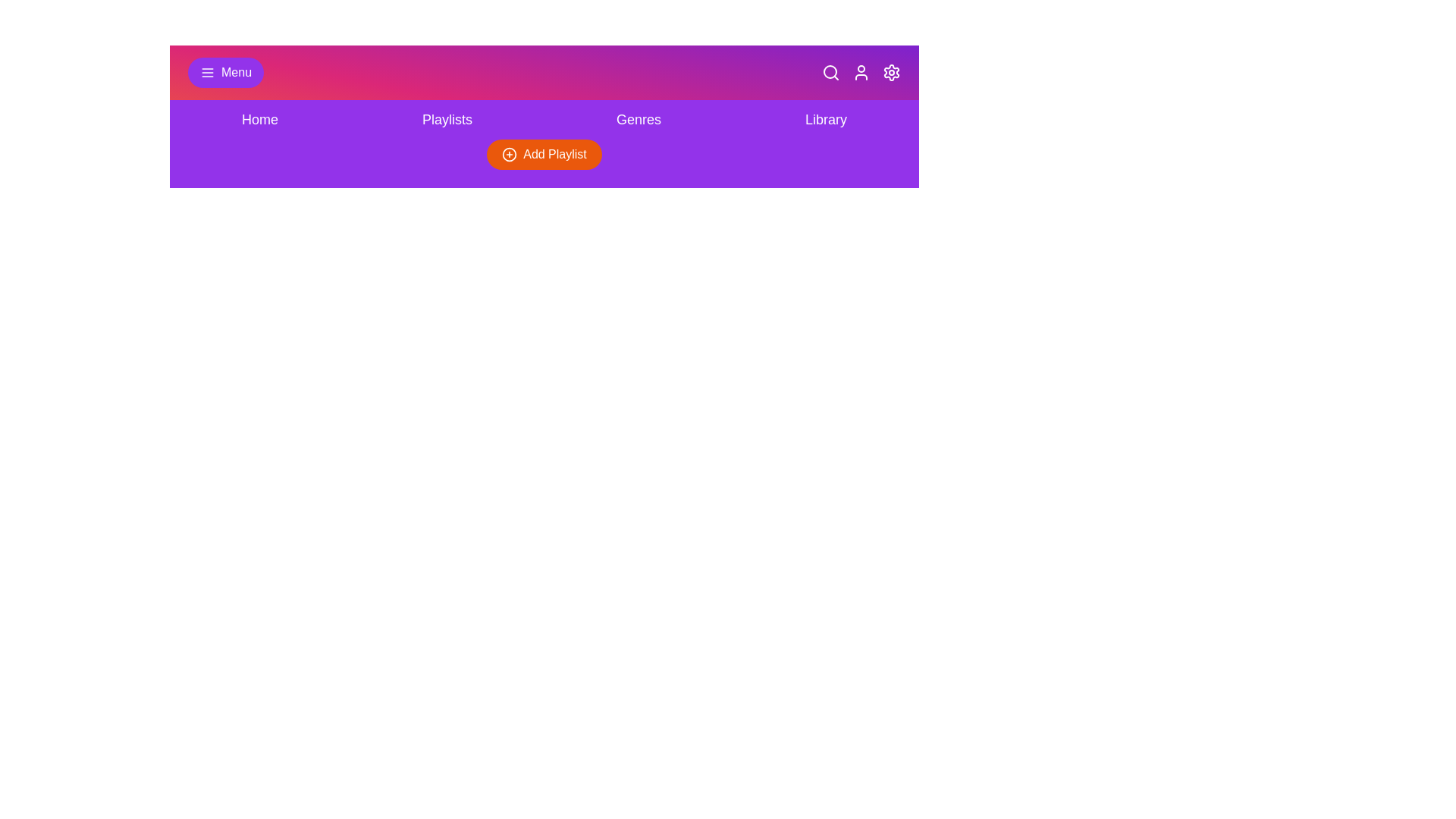 Image resolution: width=1456 pixels, height=819 pixels. Describe the element at coordinates (259, 119) in the screenshot. I see `the navigation link corresponding to Home to navigate to that section` at that location.